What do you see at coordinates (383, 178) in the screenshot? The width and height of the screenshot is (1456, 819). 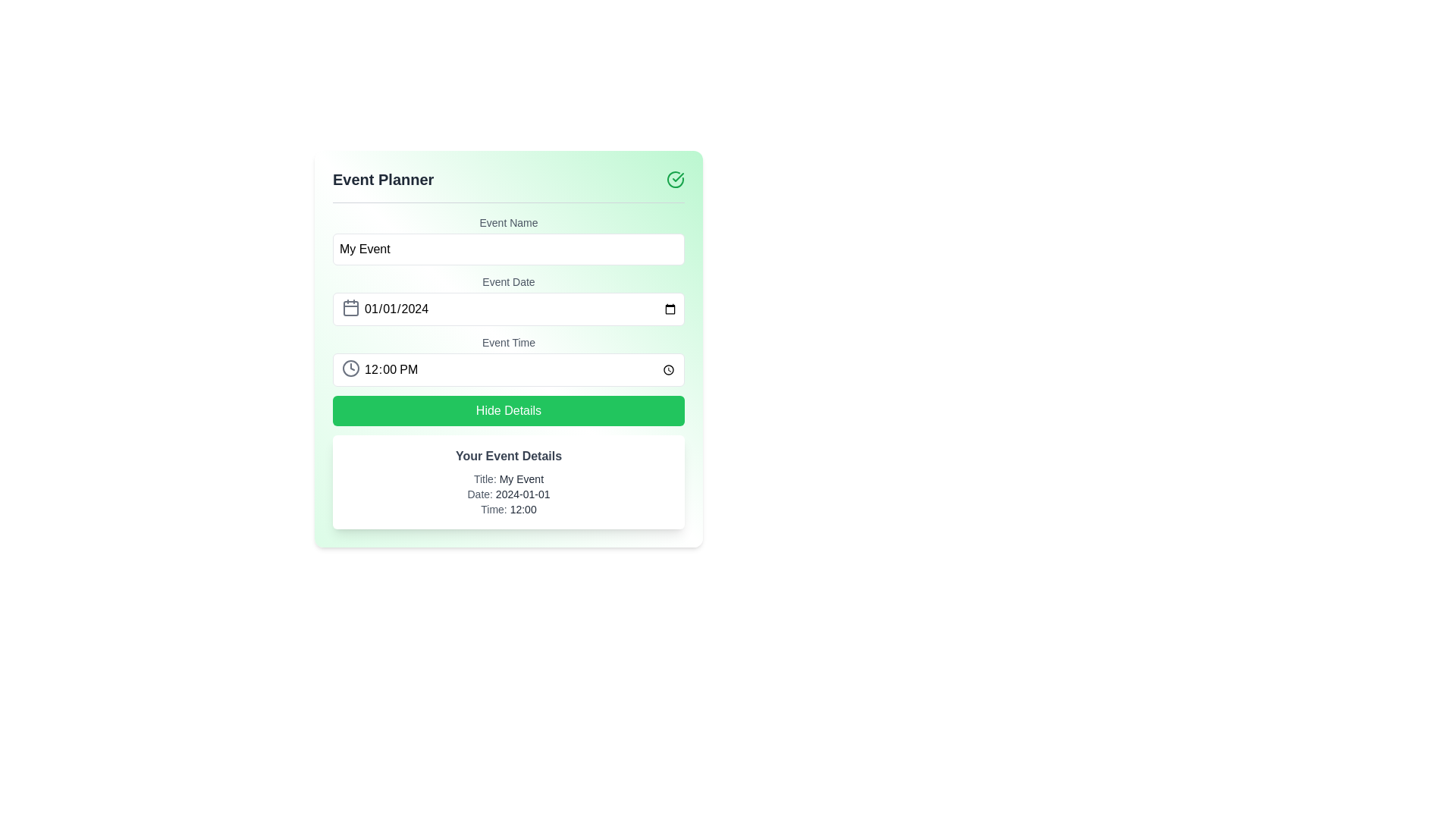 I see `the 'Event Planner' text label, which is styled in bold gray text and located at the top-left portion of the event details panel` at bounding box center [383, 178].